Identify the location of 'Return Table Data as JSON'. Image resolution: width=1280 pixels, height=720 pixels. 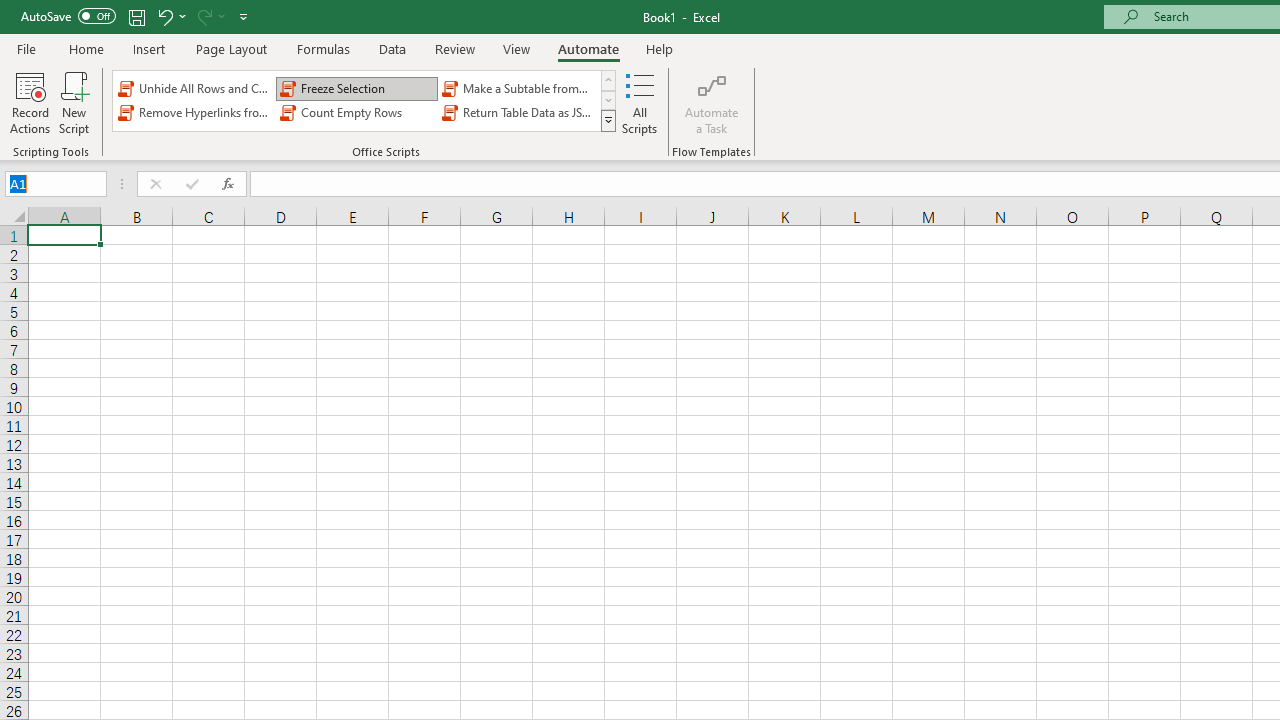
(519, 113).